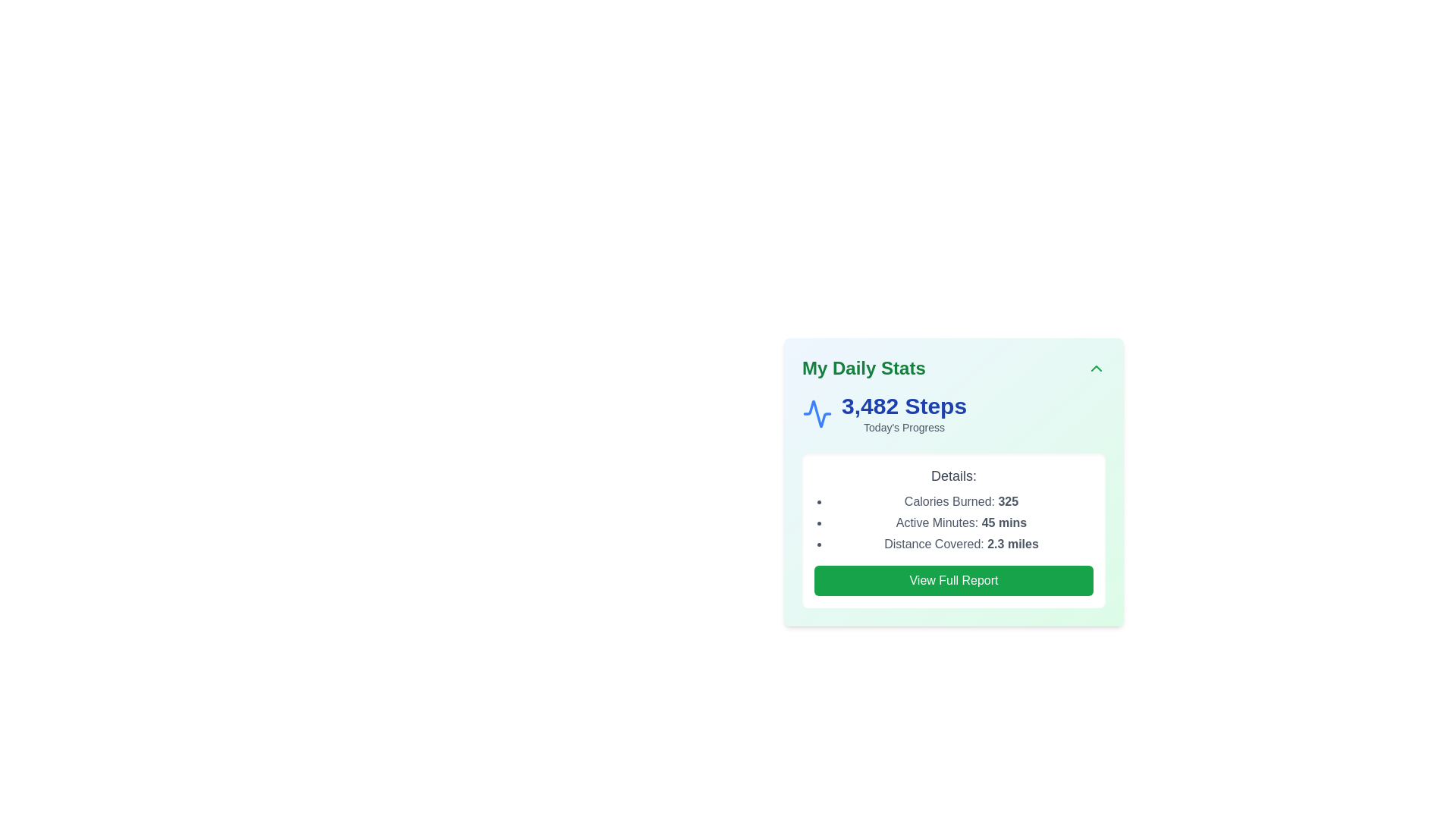  What do you see at coordinates (952, 414) in the screenshot?
I see `the Static Info Panel that displays the user's progress in steps and daily achievements, located centrally within the 'My Daily Stats' card` at bounding box center [952, 414].